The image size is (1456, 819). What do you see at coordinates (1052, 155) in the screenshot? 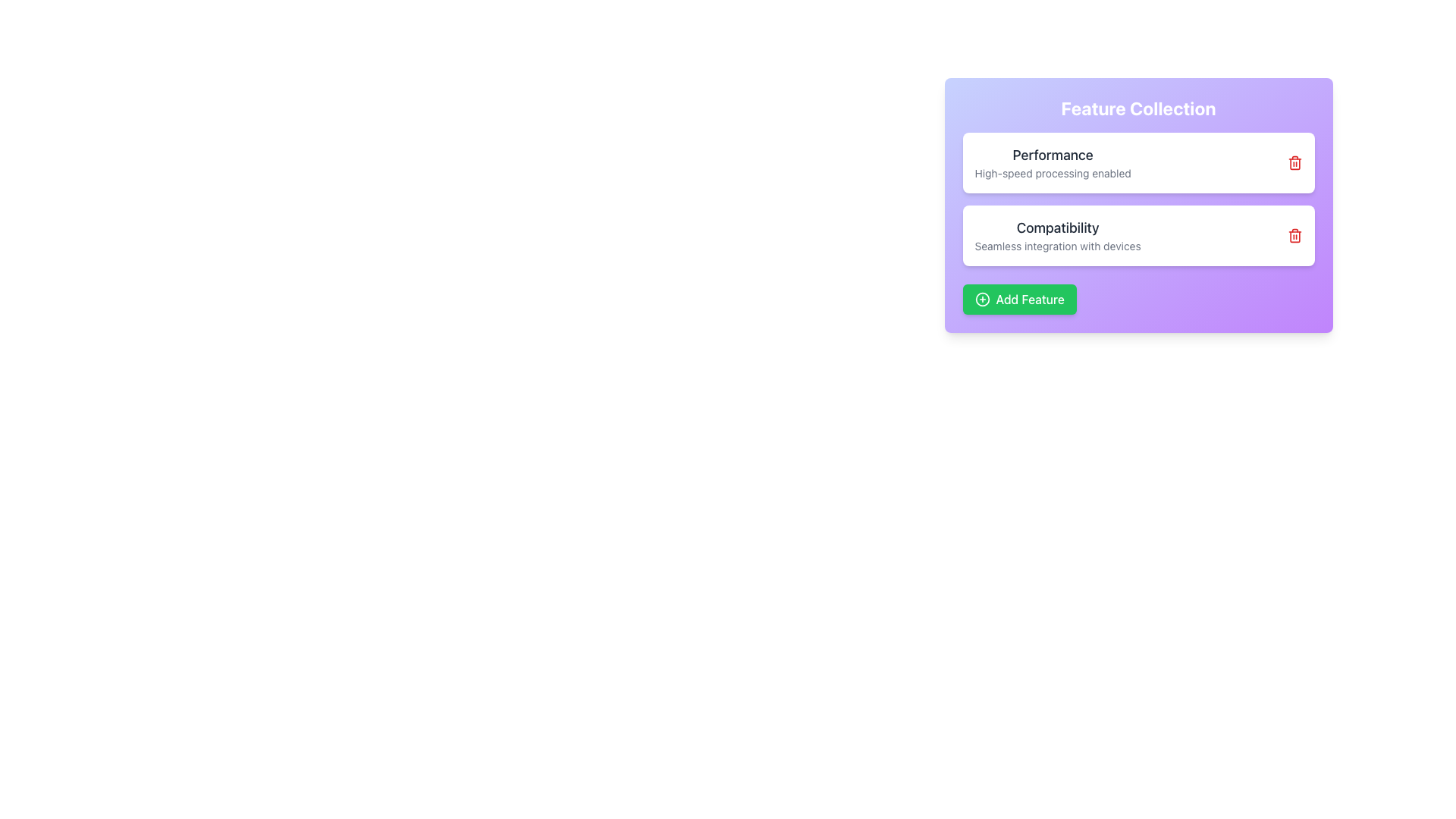
I see `the 'Performance' text label, which is styled with a larger, bold, dark gray font and located at the top of the first feature box in the 'Feature Collection' interface` at bounding box center [1052, 155].